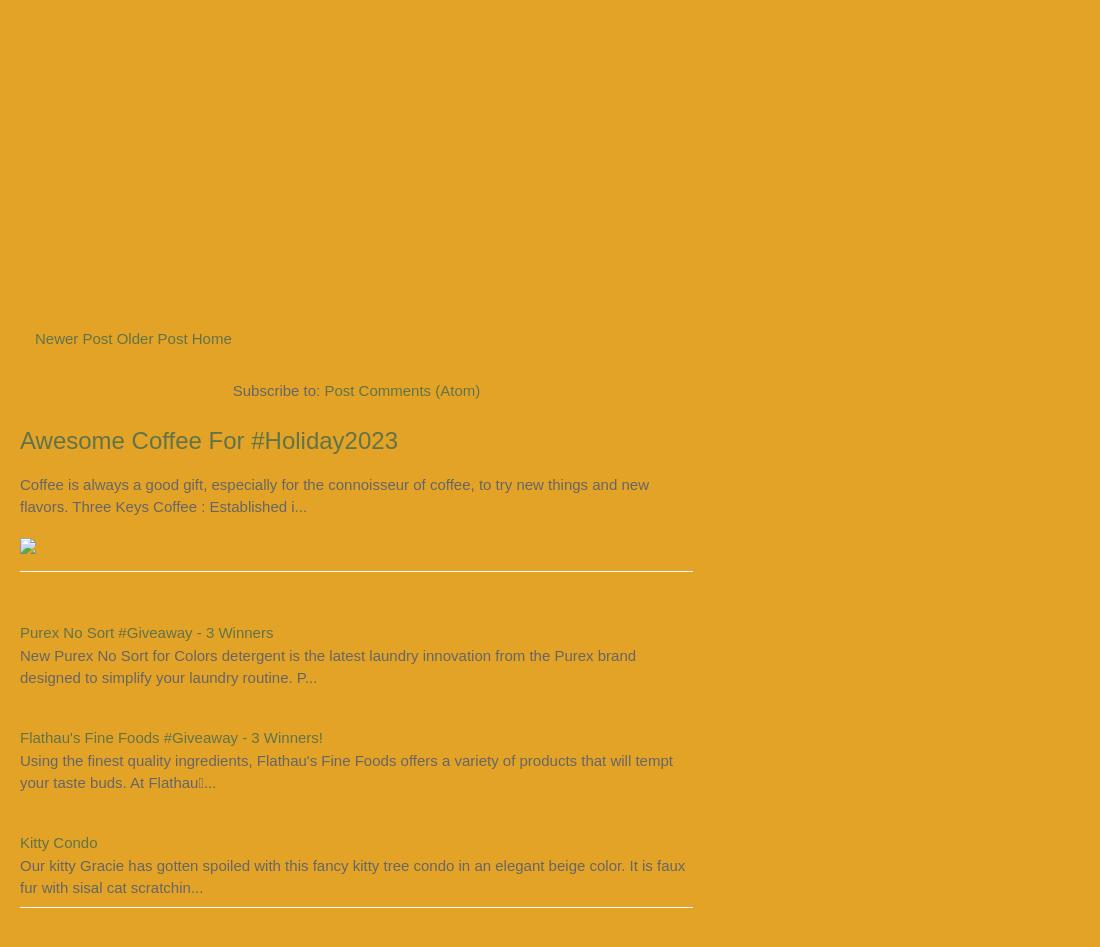  What do you see at coordinates (402, 390) in the screenshot?
I see `'Post Comments (Atom)'` at bounding box center [402, 390].